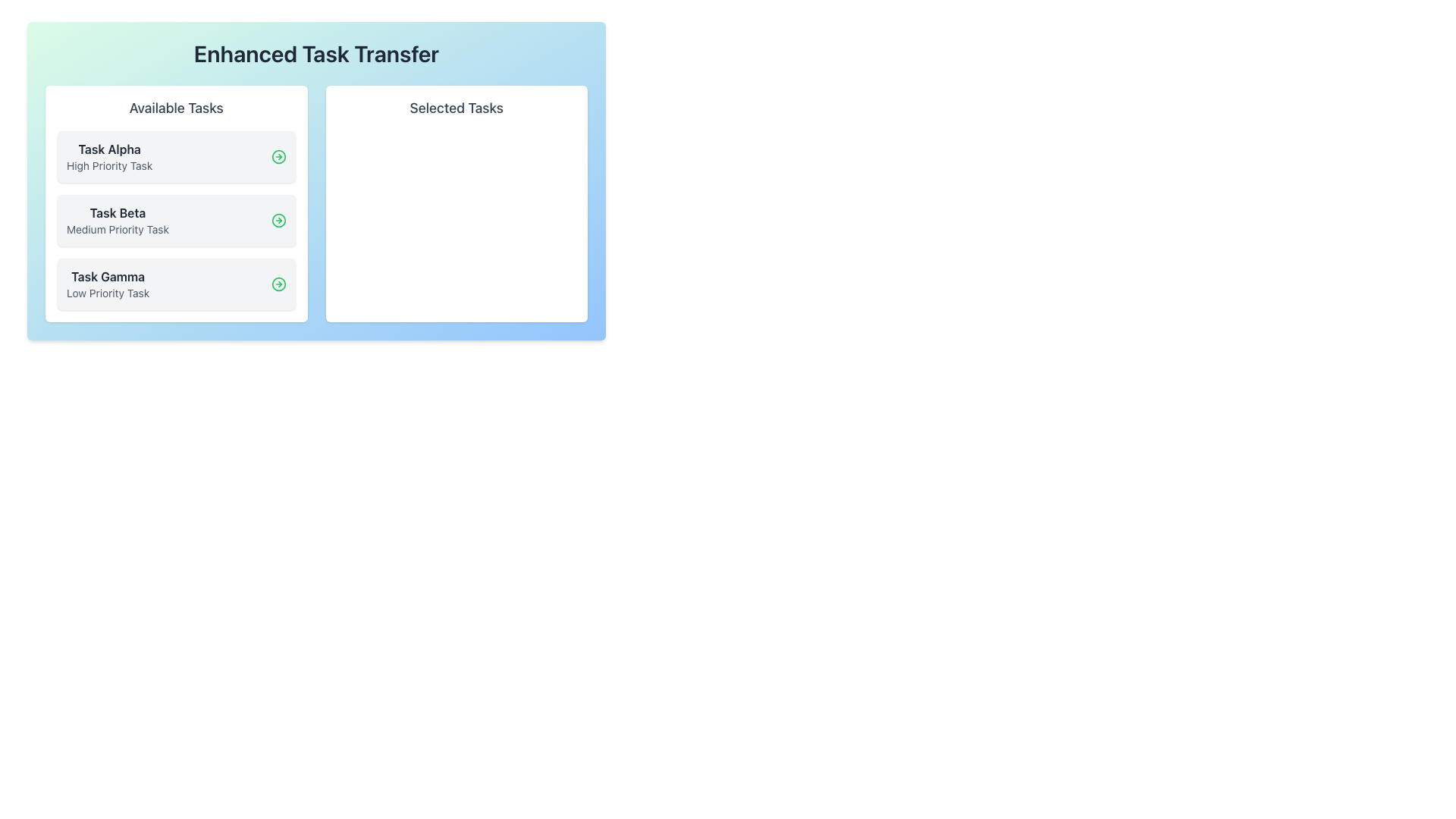 This screenshot has width=1456, height=819. Describe the element at coordinates (107, 284) in the screenshot. I see `the list item labeled 'Task Gamma' with a lighter second line stating 'Low Priority Task', located in the 'Available Tasks' section as the third item in the vertical task list` at that location.